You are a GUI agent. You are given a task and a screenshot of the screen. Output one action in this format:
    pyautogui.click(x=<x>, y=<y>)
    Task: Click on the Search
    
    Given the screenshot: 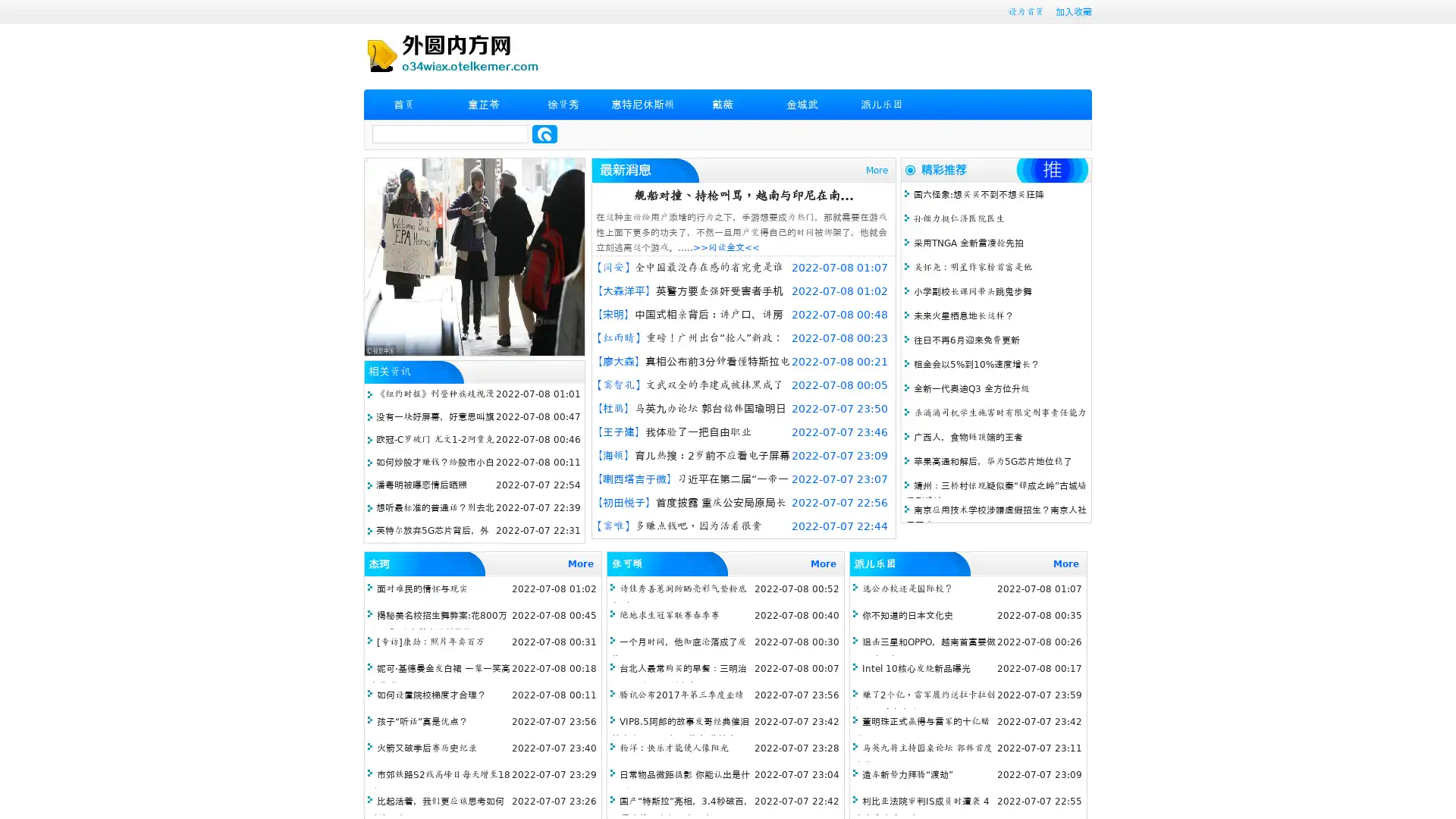 What is the action you would take?
    pyautogui.click(x=544, y=133)
    